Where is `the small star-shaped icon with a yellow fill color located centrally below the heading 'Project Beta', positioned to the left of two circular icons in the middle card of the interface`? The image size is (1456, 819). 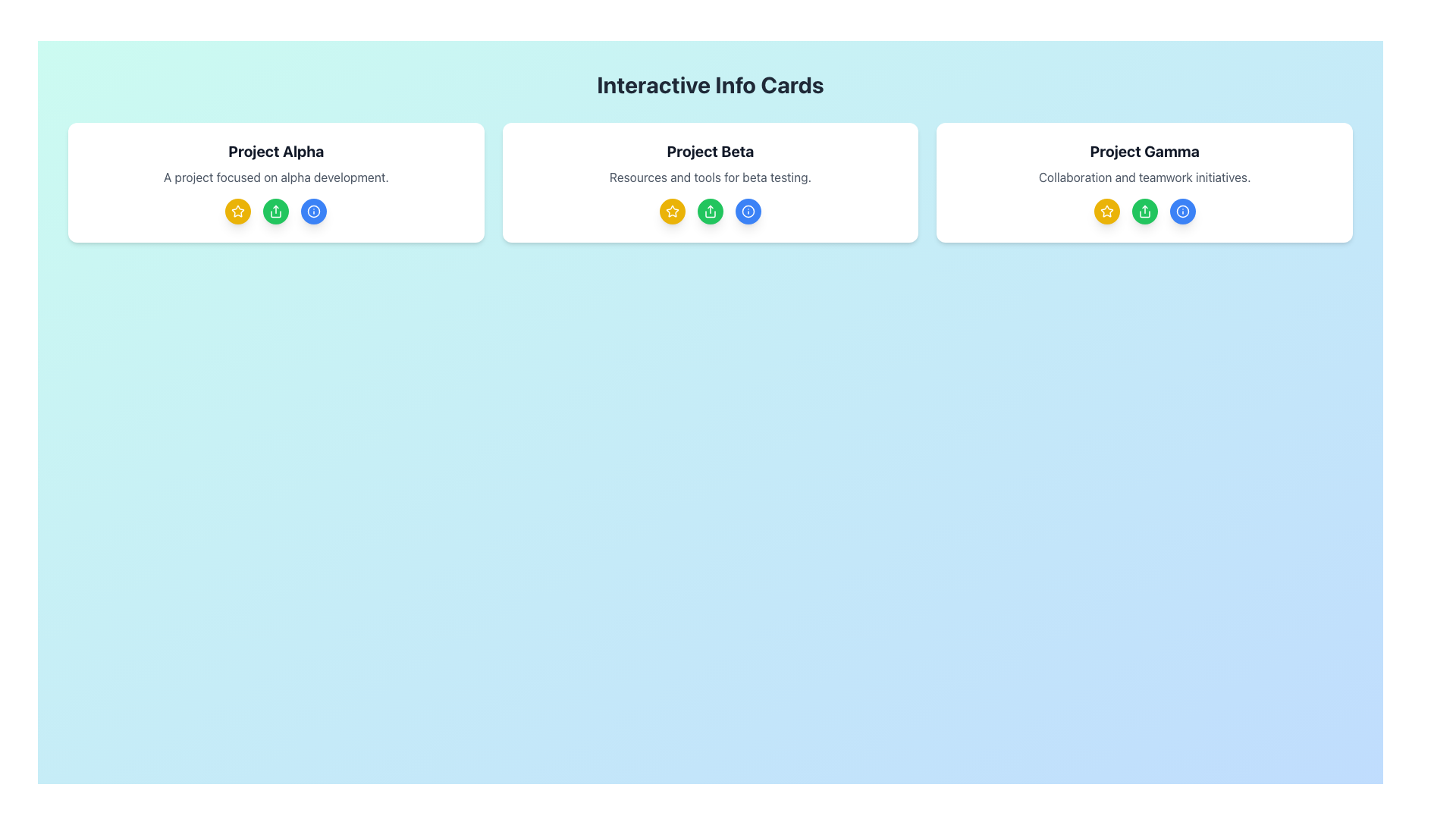
the small star-shaped icon with a yellow fill color located centrally below the heading 'Project Beta', positioned to the left of two circular icons in the middle card of the interface is located at coordinates (1106, 211).